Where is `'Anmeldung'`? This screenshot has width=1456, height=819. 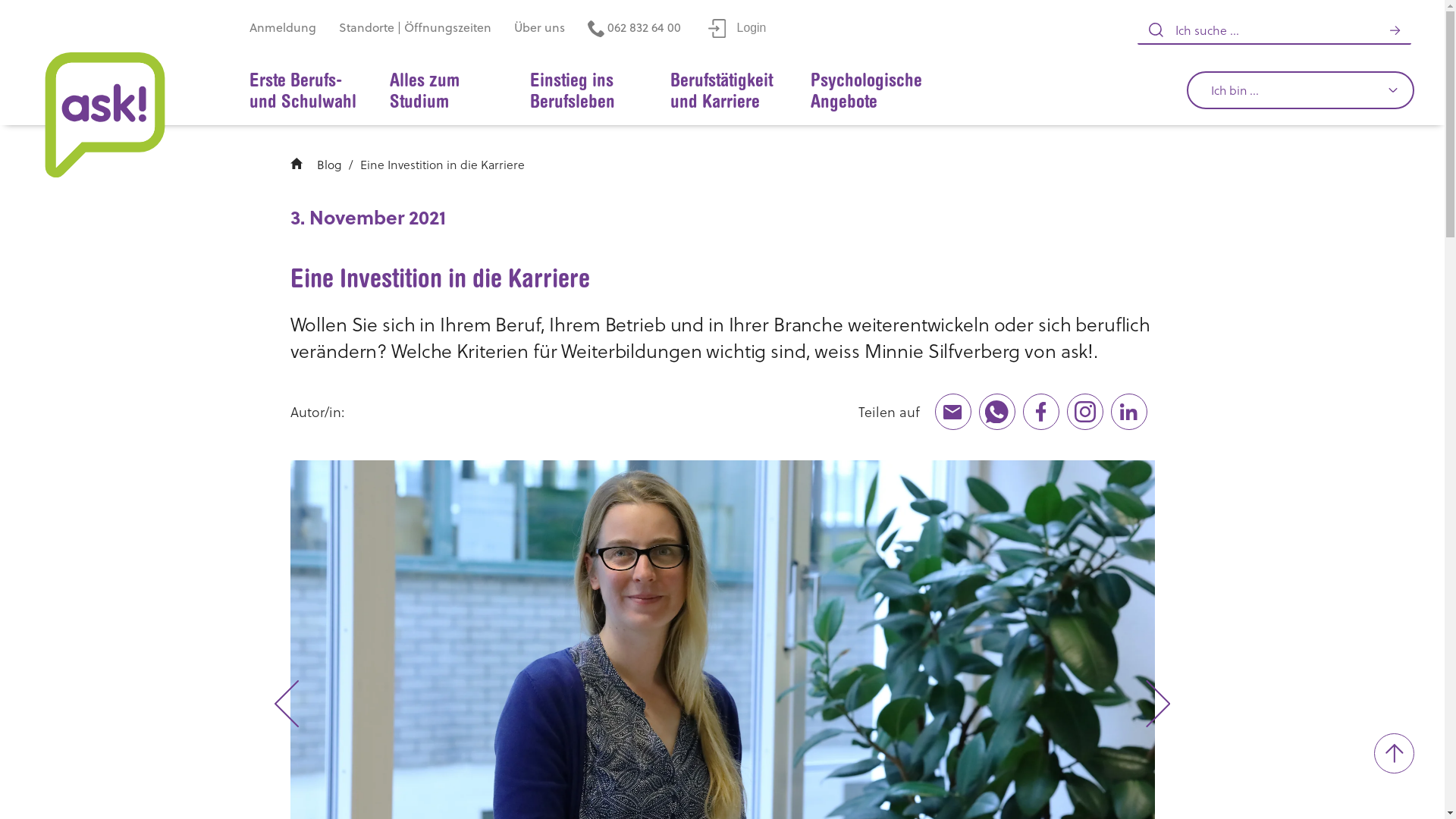 'Anmeldung' is located at coordinates (283, 28).